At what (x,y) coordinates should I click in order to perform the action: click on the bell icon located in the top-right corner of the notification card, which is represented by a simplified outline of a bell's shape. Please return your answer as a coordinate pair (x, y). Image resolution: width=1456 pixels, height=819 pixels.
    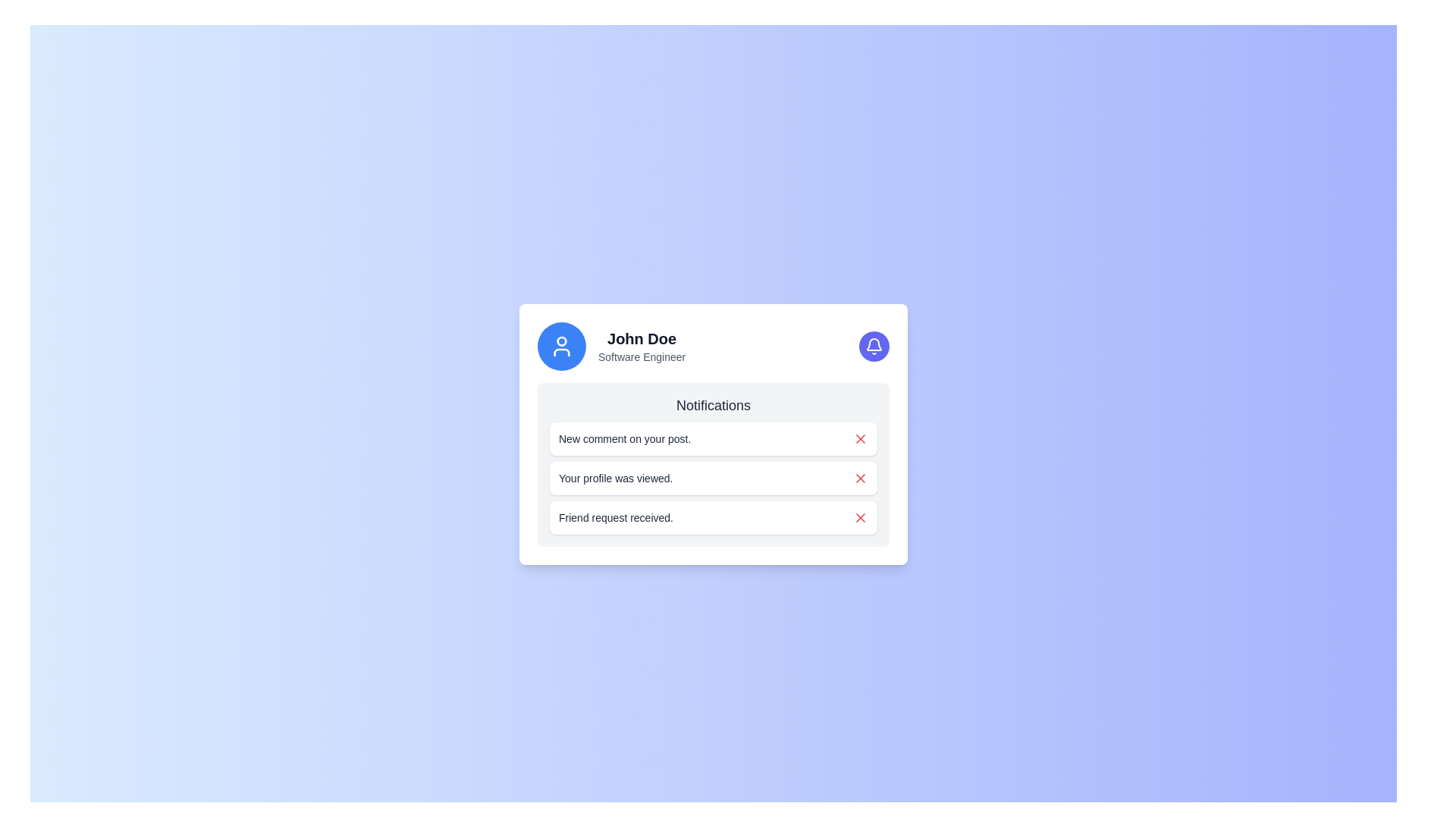
    Looking at the image, I should click on (874, 344).